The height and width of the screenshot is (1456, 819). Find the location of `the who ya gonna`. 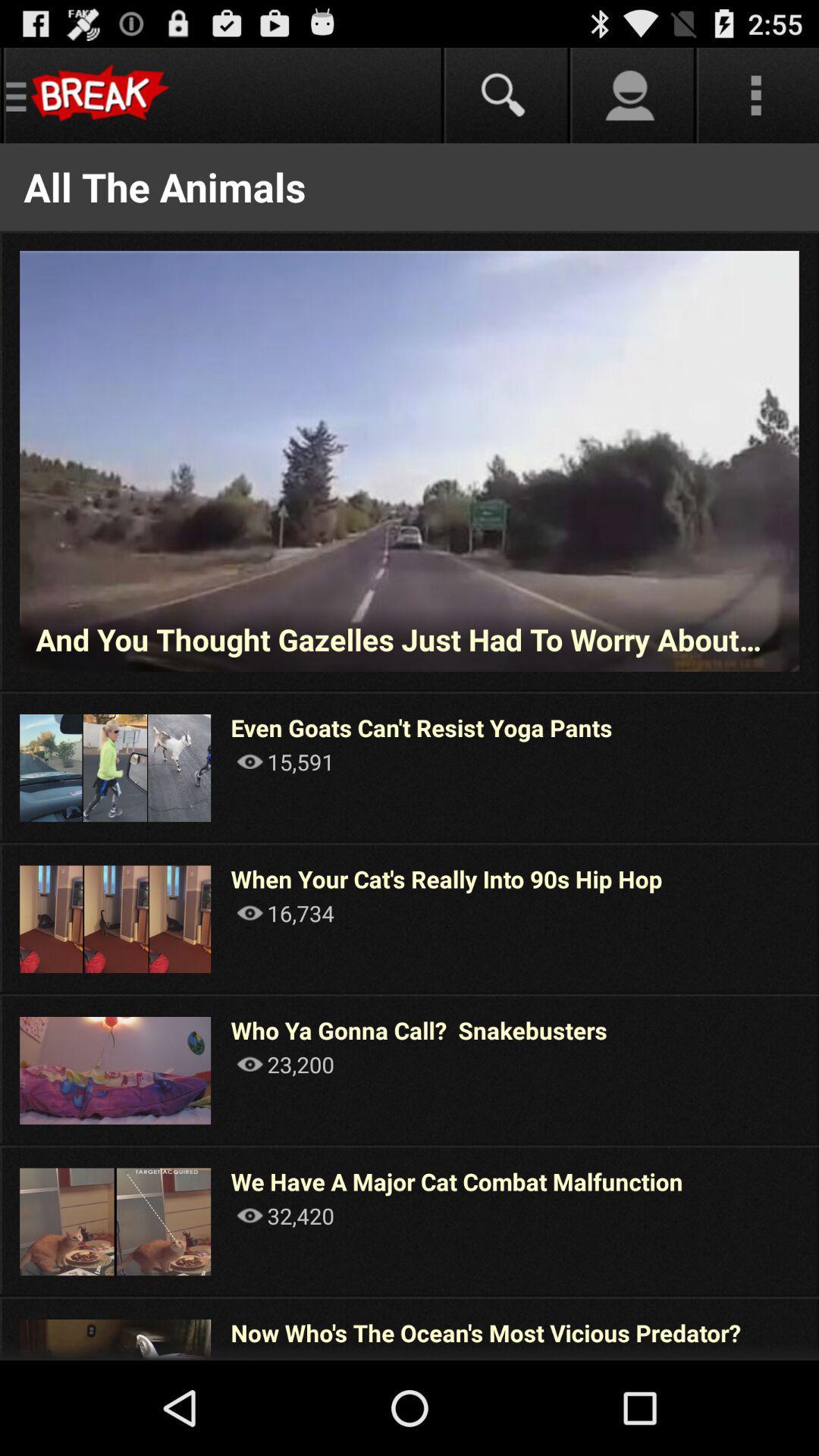

the who ya gonna is located at coordinates (419, 1030).